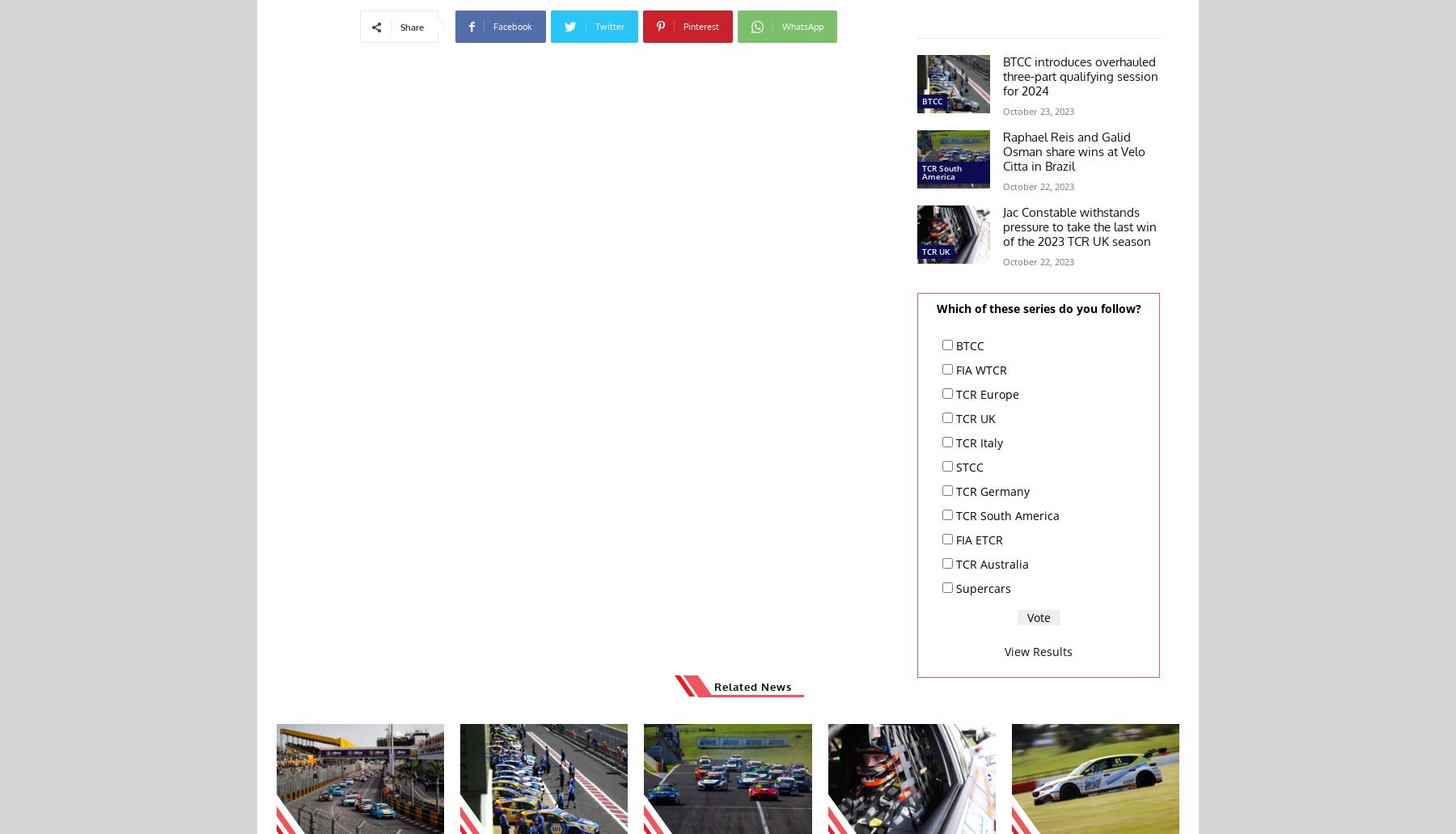  Describe the element at coordinates (609, 26) in the screenshot. I see `'Twitter'` at that location.